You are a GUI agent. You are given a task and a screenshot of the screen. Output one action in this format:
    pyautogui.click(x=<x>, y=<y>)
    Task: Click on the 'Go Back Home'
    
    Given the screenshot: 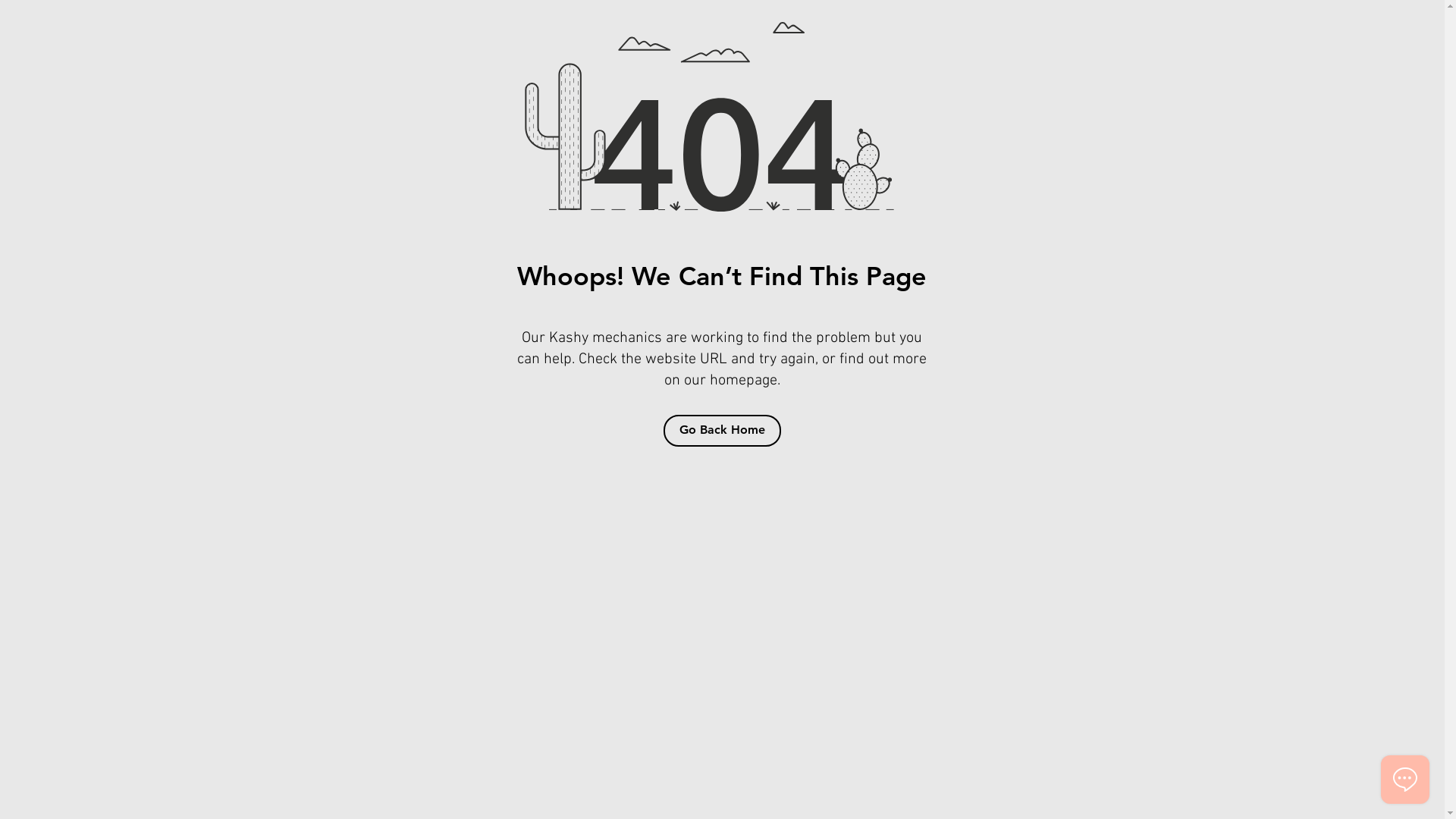 What is the action you would take?
    pyautogui.click(x=720, y=430)
    